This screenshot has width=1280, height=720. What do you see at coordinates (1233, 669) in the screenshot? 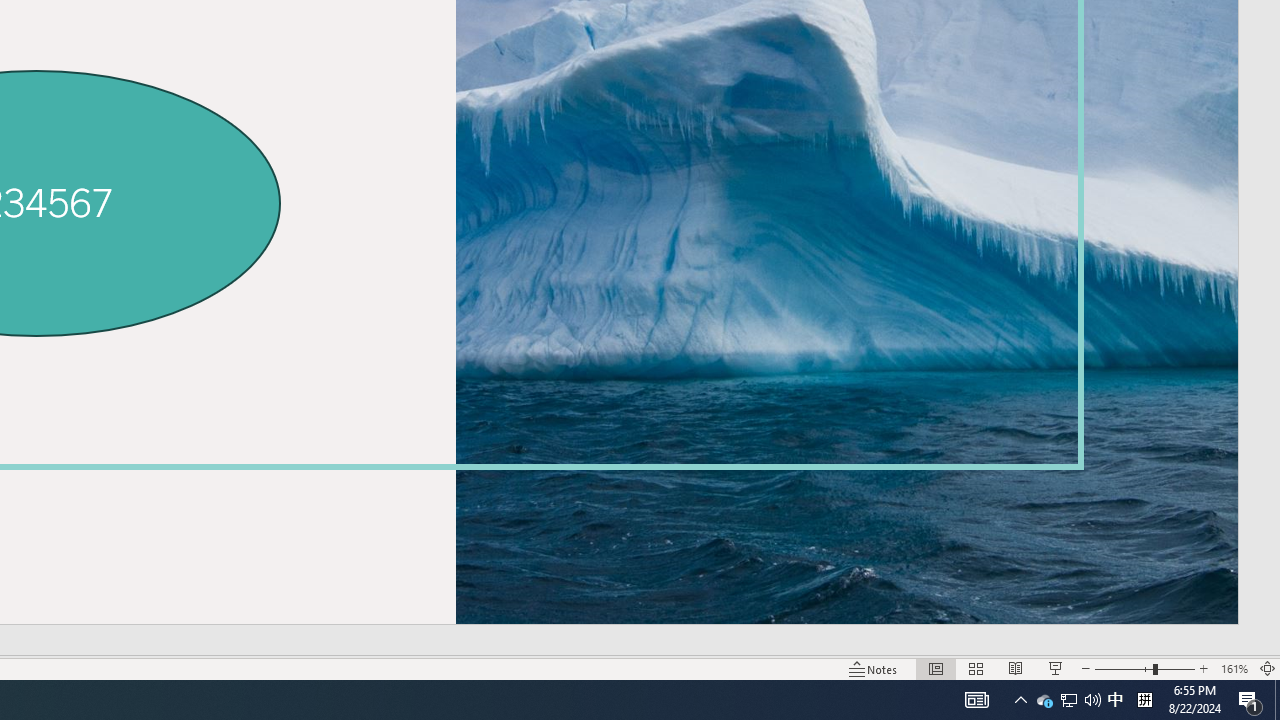
I see `'Zoom 161%'` at bounding box center [1233, 669].